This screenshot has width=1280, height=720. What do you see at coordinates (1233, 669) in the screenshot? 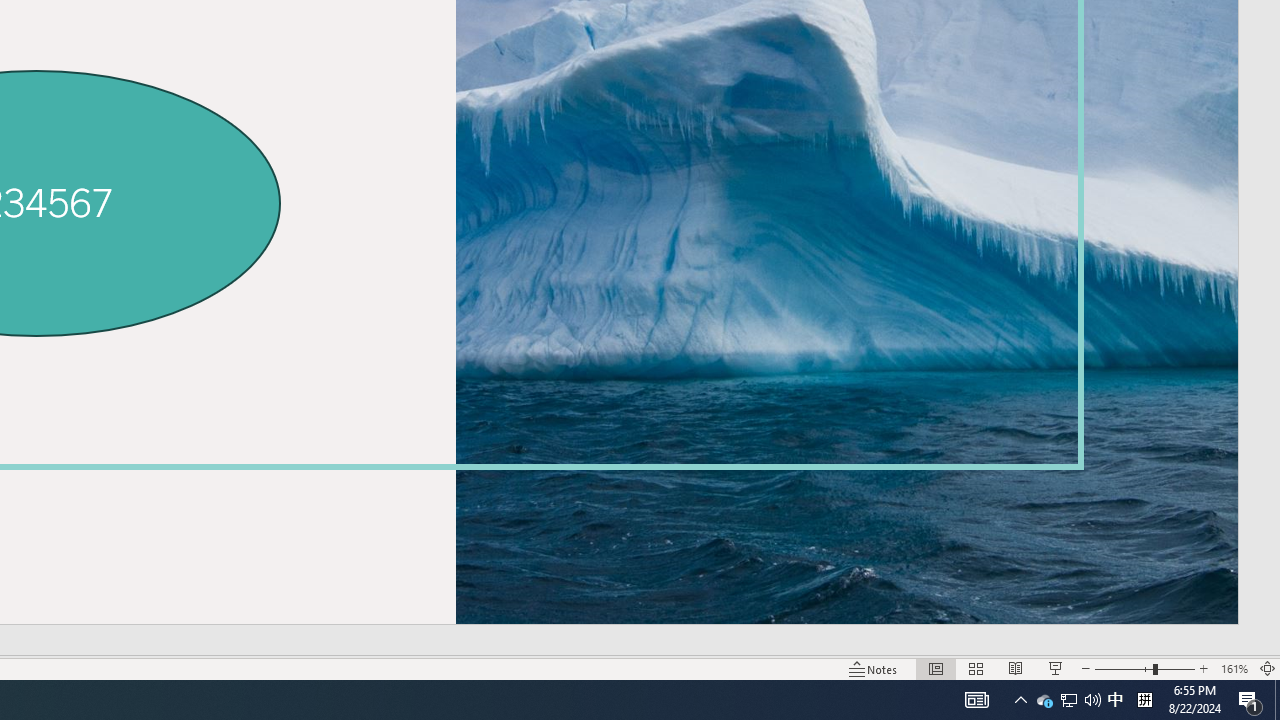
I see `'Zoom 161%'` at bounding box center [1233, 669].